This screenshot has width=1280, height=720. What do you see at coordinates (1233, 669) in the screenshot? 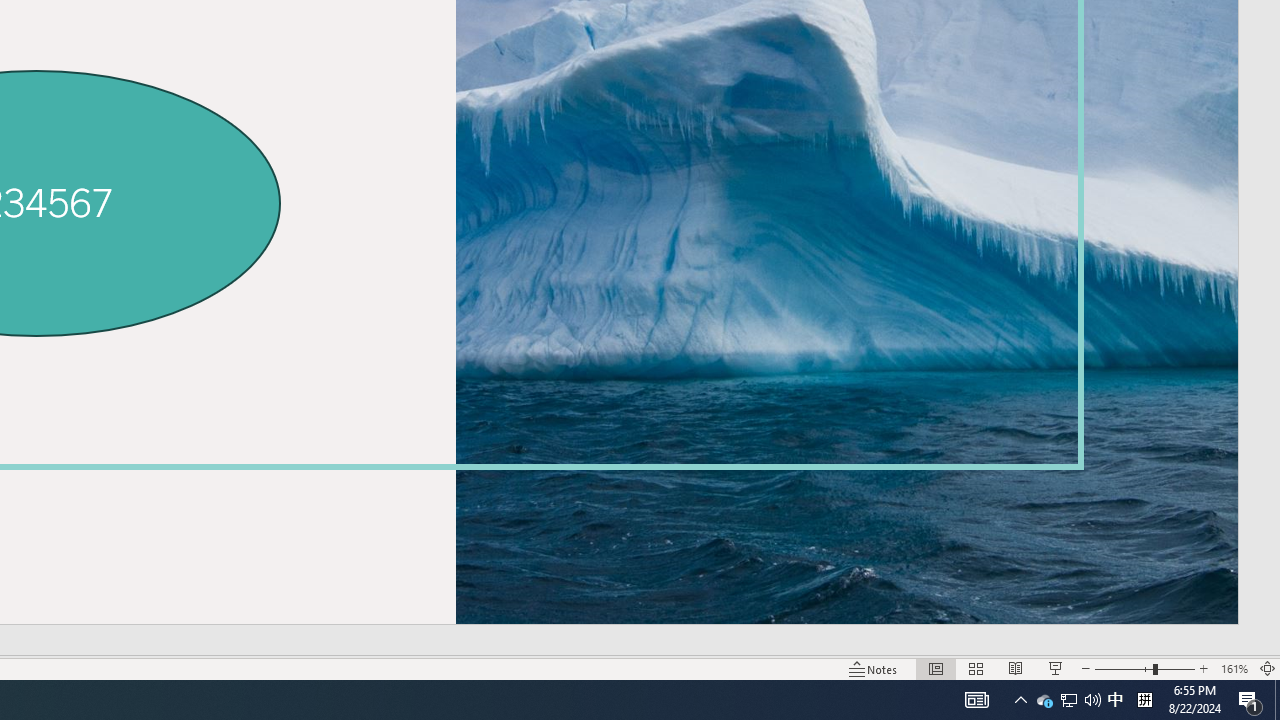
I see `'Zoom 161%'` at bounding box center [1233, 669].